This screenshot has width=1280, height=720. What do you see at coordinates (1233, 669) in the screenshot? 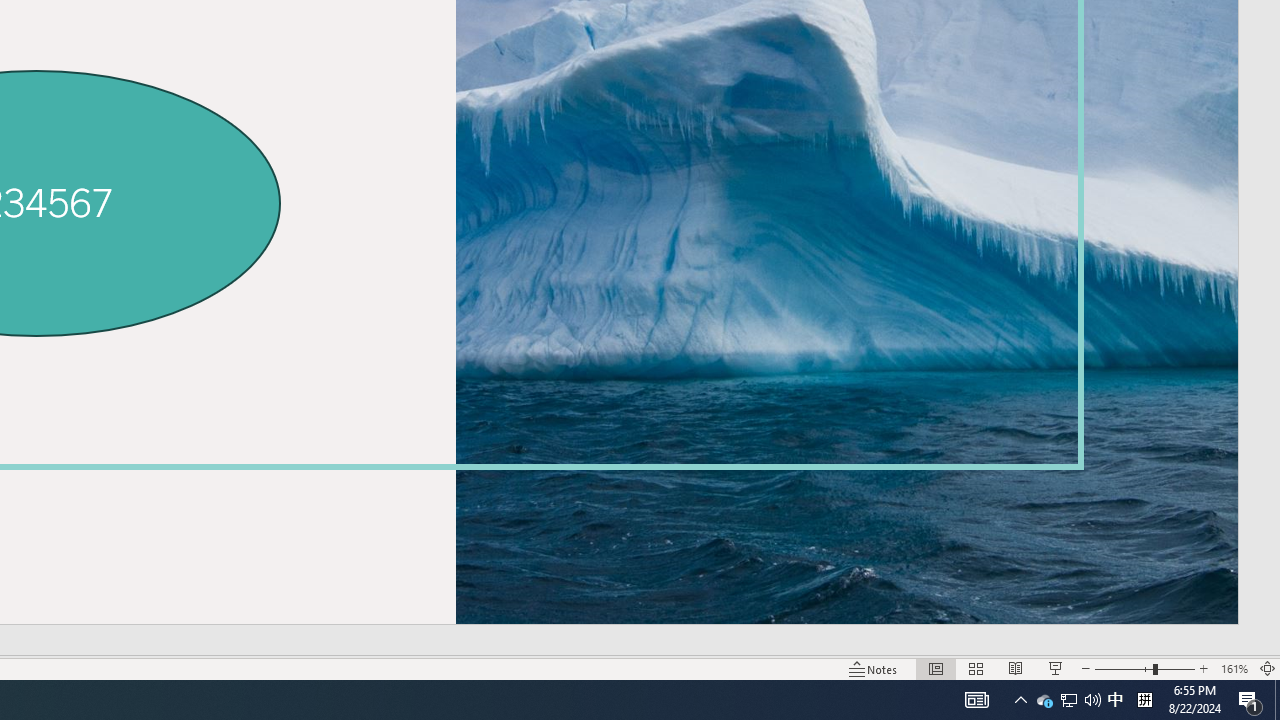
I see `'Zoom 161%'` at bounding box center [1233, 669].